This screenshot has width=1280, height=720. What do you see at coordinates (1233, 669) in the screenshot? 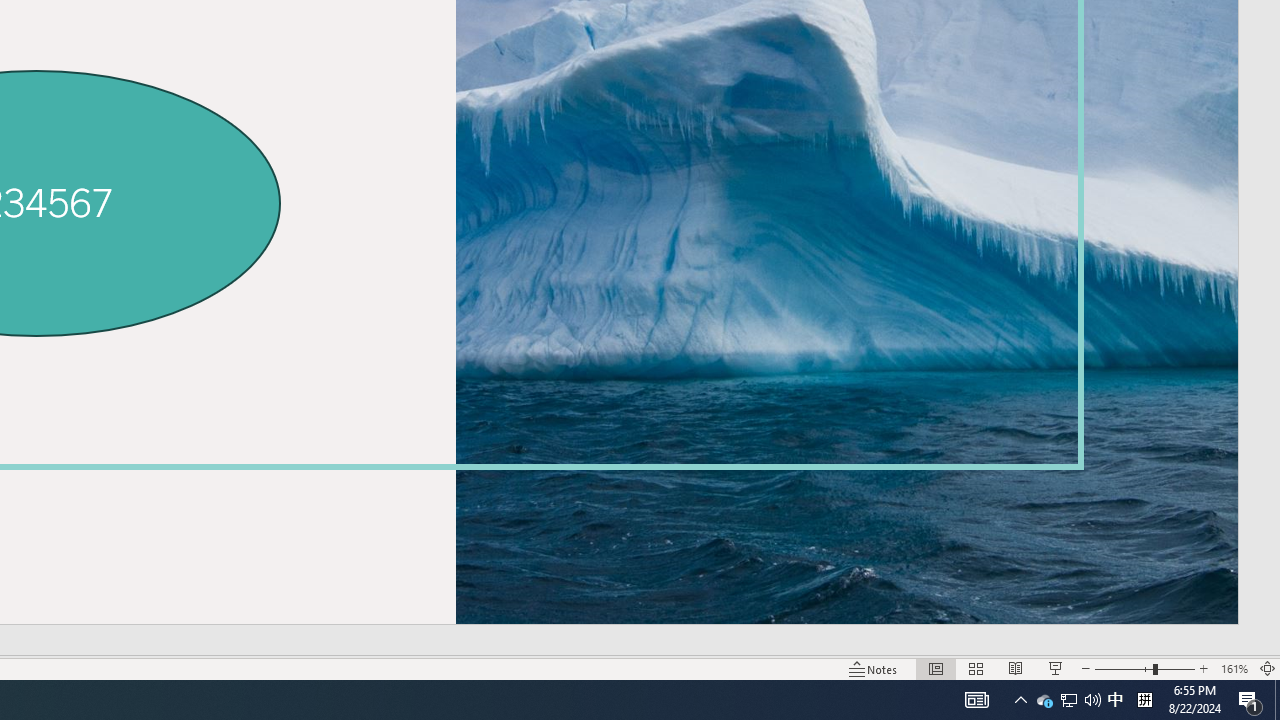
I see `'Zoom 161%'` at bounding box center [1233, 669].